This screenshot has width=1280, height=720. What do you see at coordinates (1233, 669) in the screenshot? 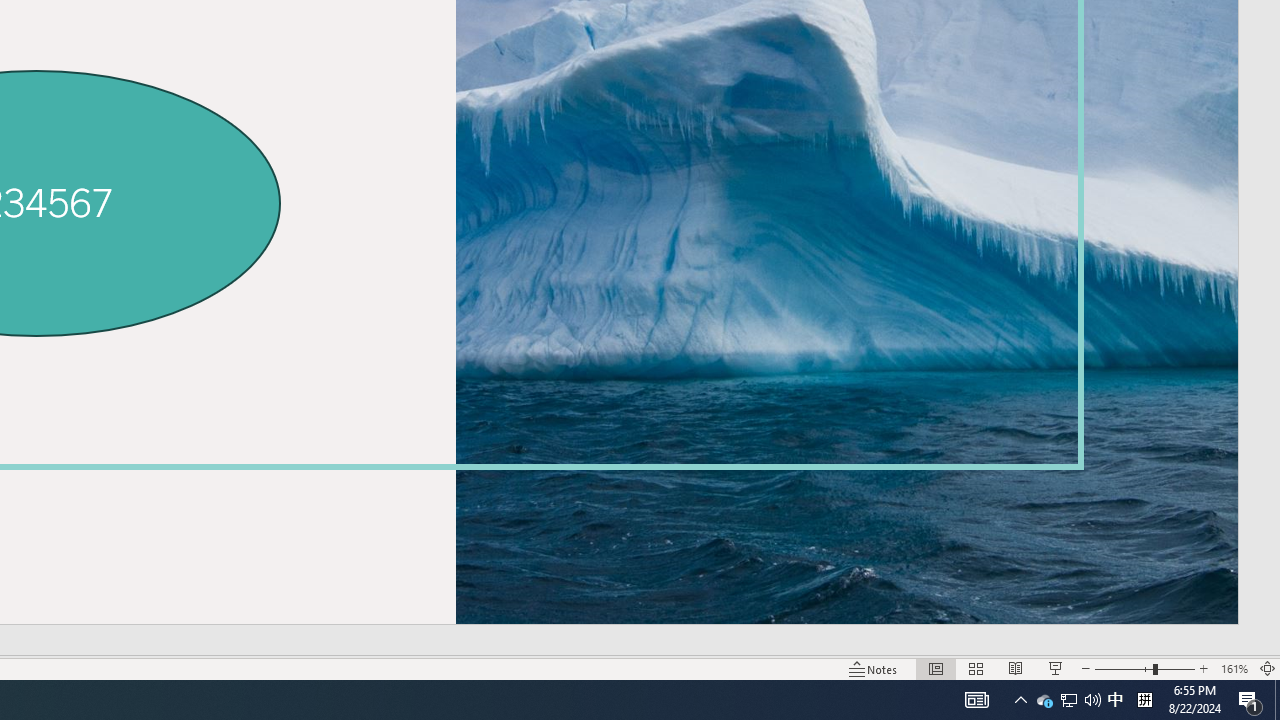
I see `'Zoom 161%'` at bounding box center [1233, 669].